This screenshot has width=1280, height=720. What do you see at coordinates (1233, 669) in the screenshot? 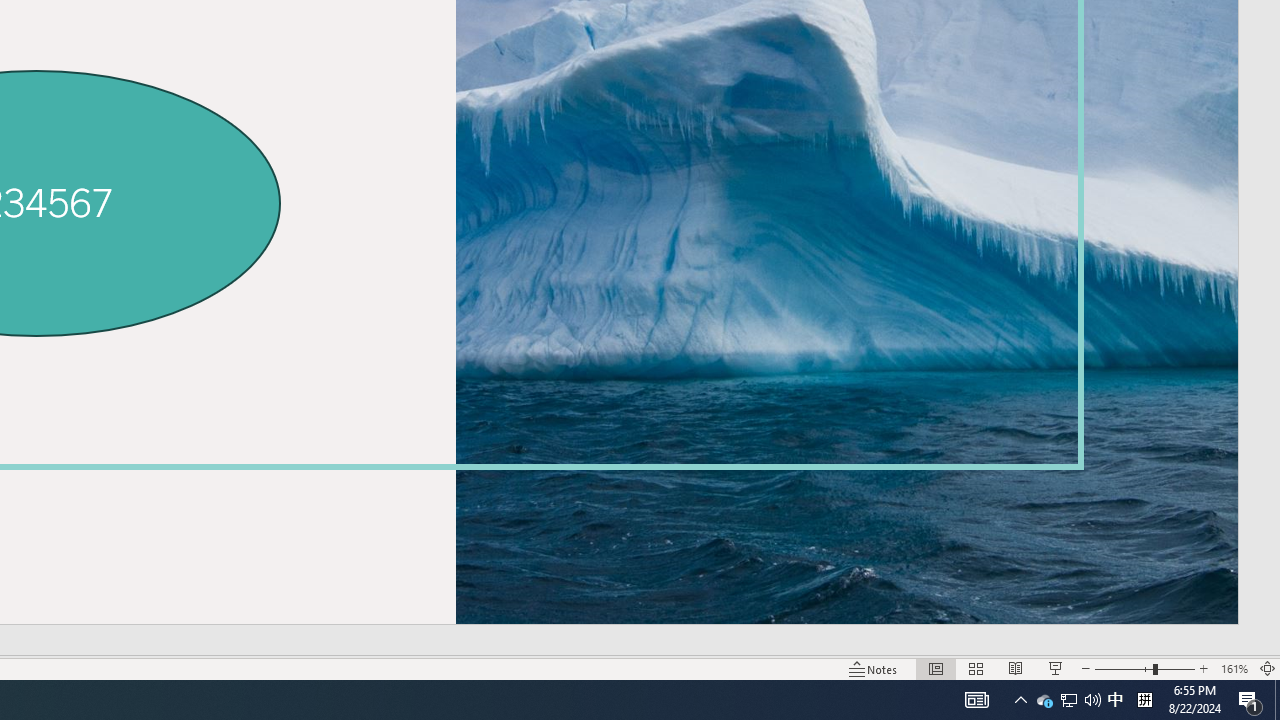
I see `'Zoom 161%'` at bounding box center [1233, 669].